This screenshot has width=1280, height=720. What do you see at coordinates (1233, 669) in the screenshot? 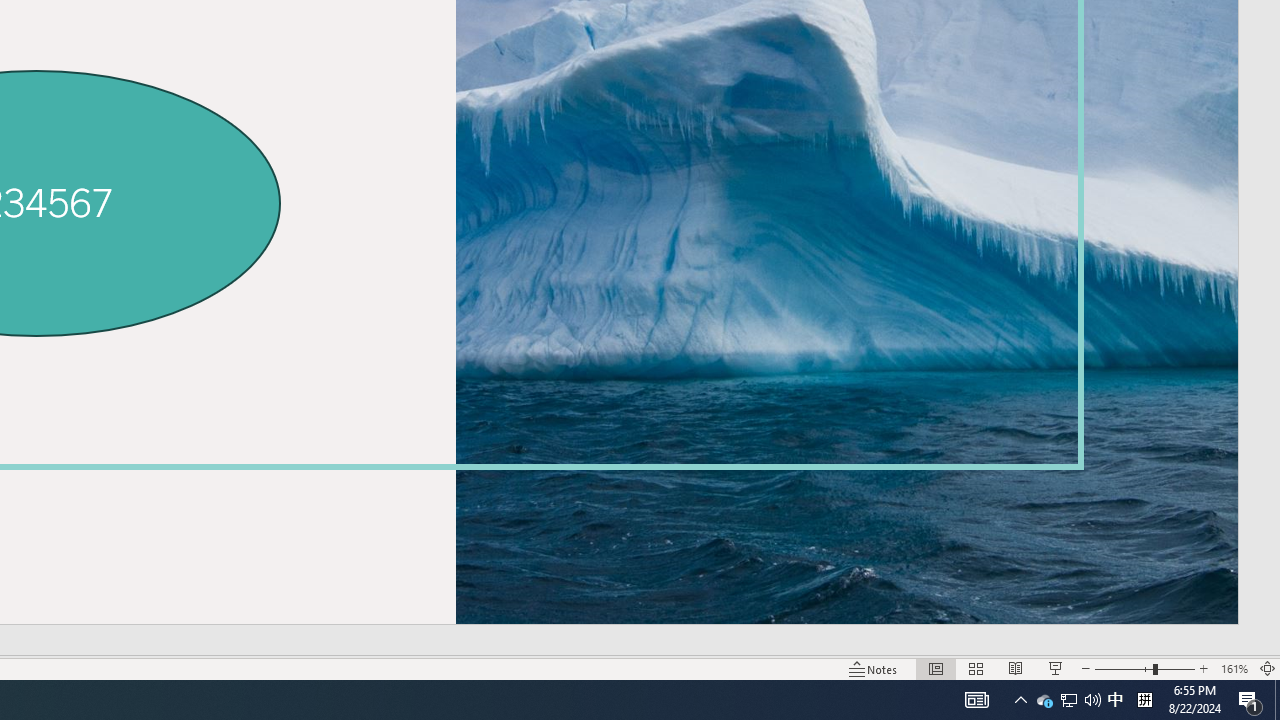
I see `'Zoom 161%'` at bounding box center [1233, 669].